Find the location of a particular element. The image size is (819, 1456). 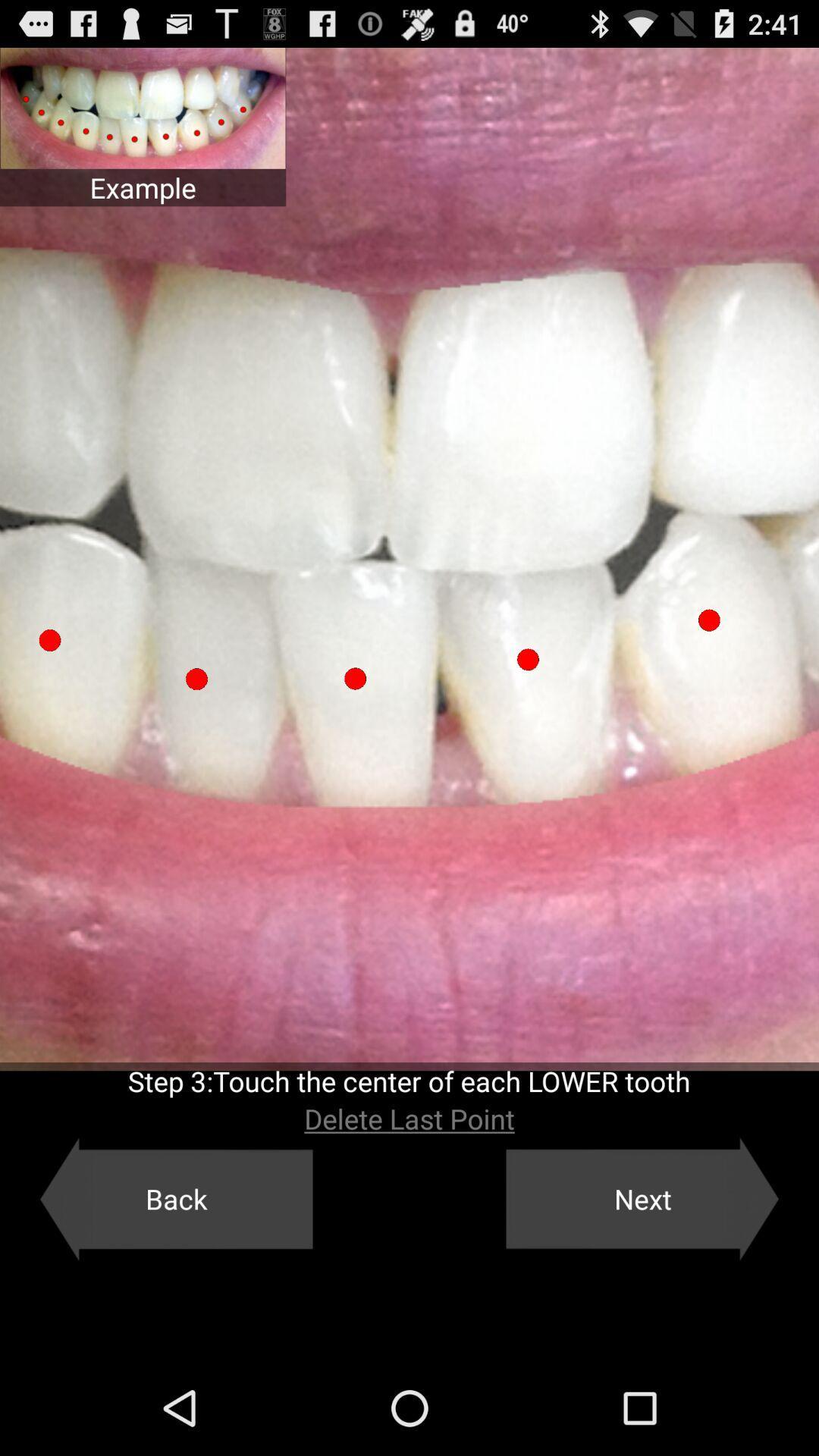

the icon at the bottom left corner is located at coordinates (175, 1198).